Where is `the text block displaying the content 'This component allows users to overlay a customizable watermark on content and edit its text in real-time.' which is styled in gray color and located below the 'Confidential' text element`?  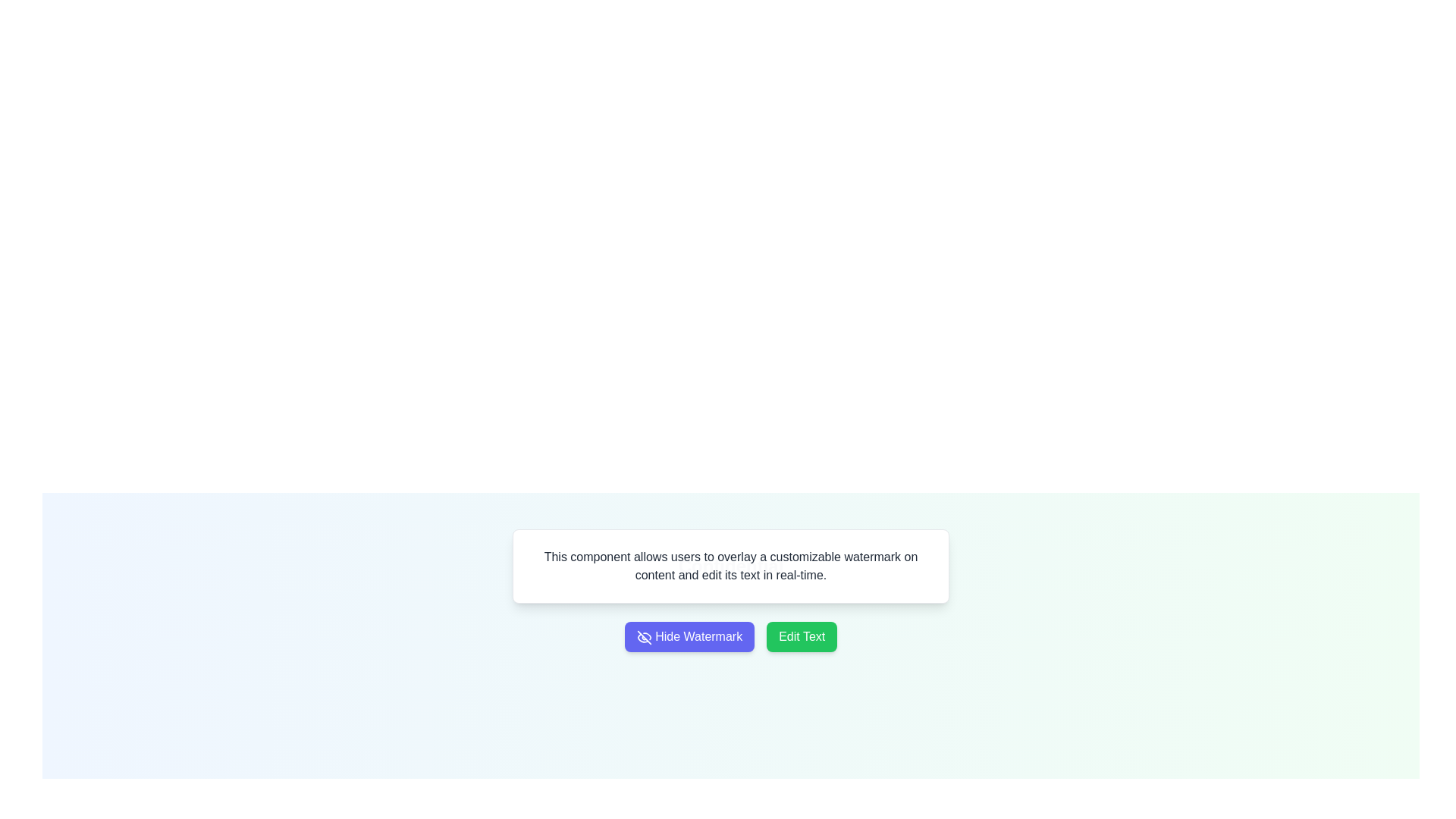
the text block displaying the content 'This component allows users to overlay a customizable watermark on content and edit its text in real-time.' which is styled in gray color and located below the 'Confidential' text element is located at coordinates (731, 566).